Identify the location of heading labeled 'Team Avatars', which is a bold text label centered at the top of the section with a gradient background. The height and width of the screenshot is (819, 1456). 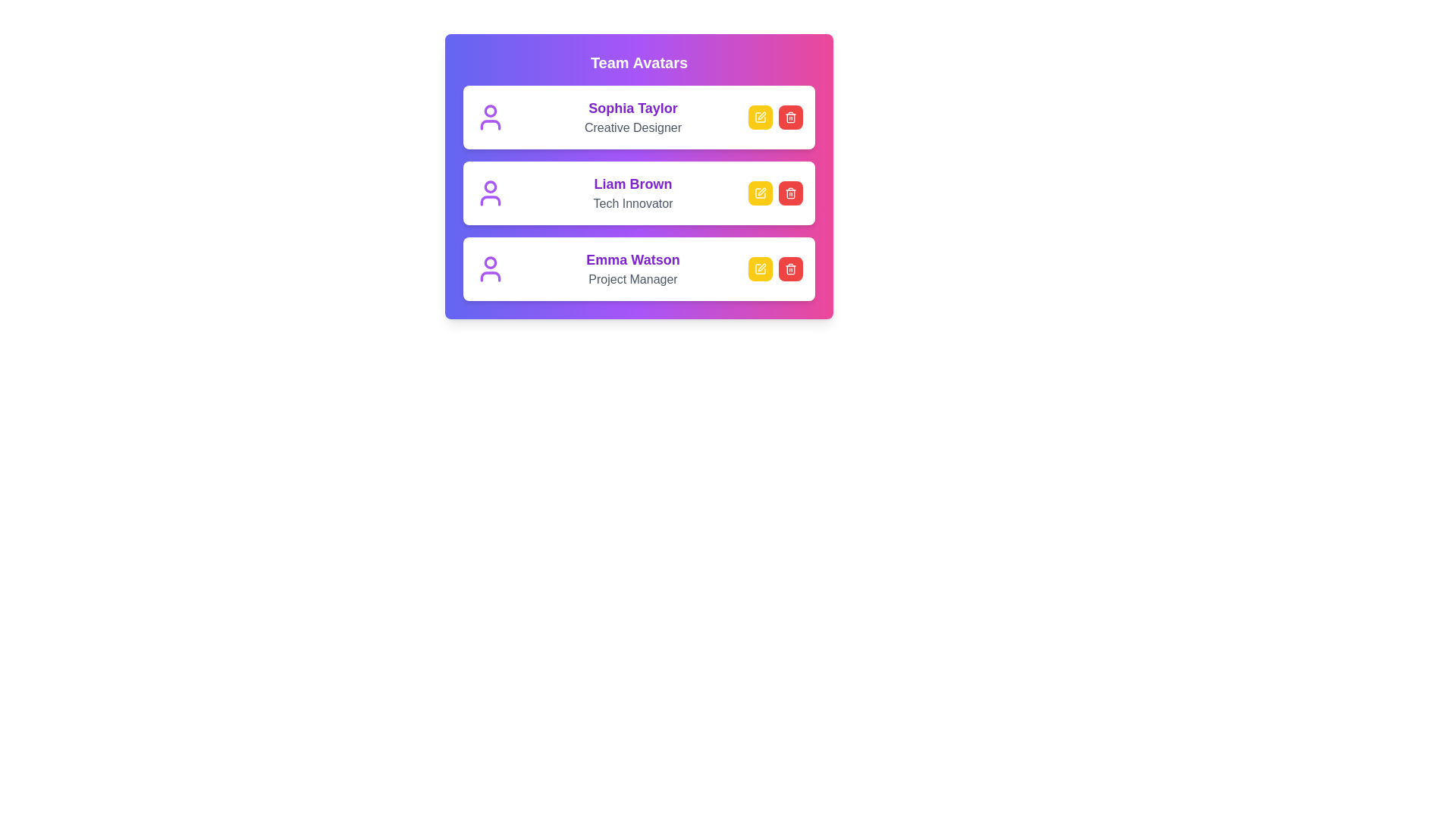
(639, 62).